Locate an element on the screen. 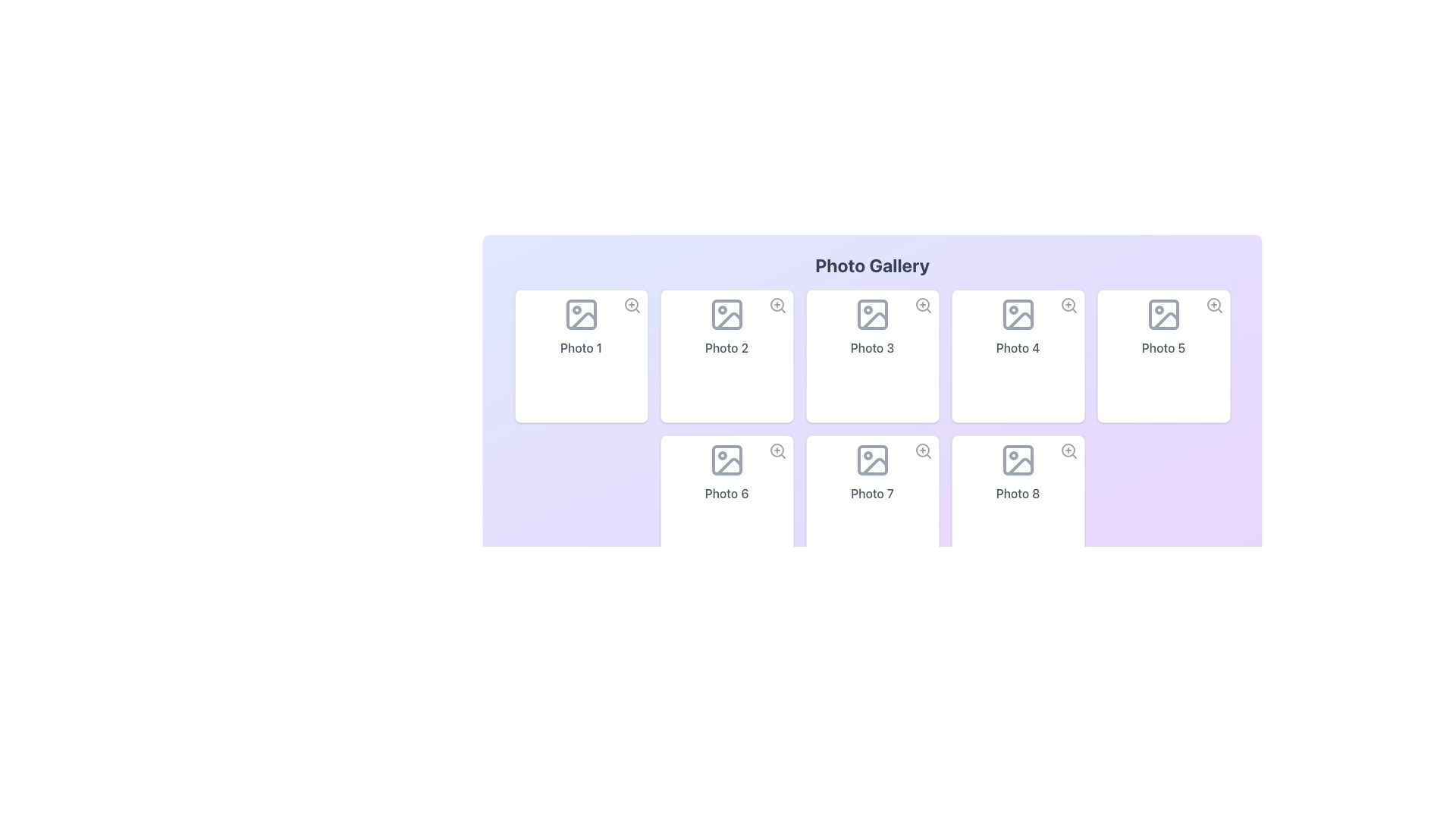 This screenshot has width=1456, height=819. the zoom-in icon (magnifying glass with plus sign) located at the upper-right corner of the 'Photo 1' card is located at coordinates (632, 305).